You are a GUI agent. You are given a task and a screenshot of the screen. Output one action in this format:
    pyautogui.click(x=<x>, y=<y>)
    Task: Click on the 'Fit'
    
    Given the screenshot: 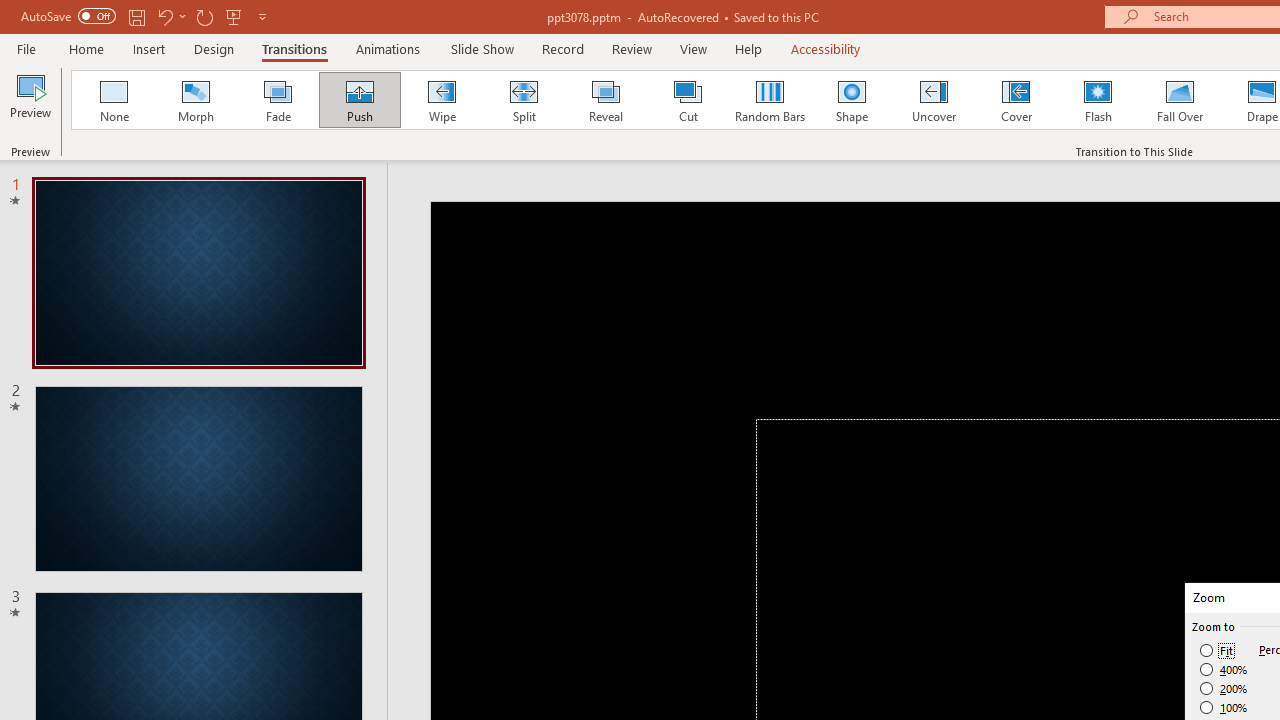 What is the action you would take?
    pyautogui.click(x=1216, y=650)
    